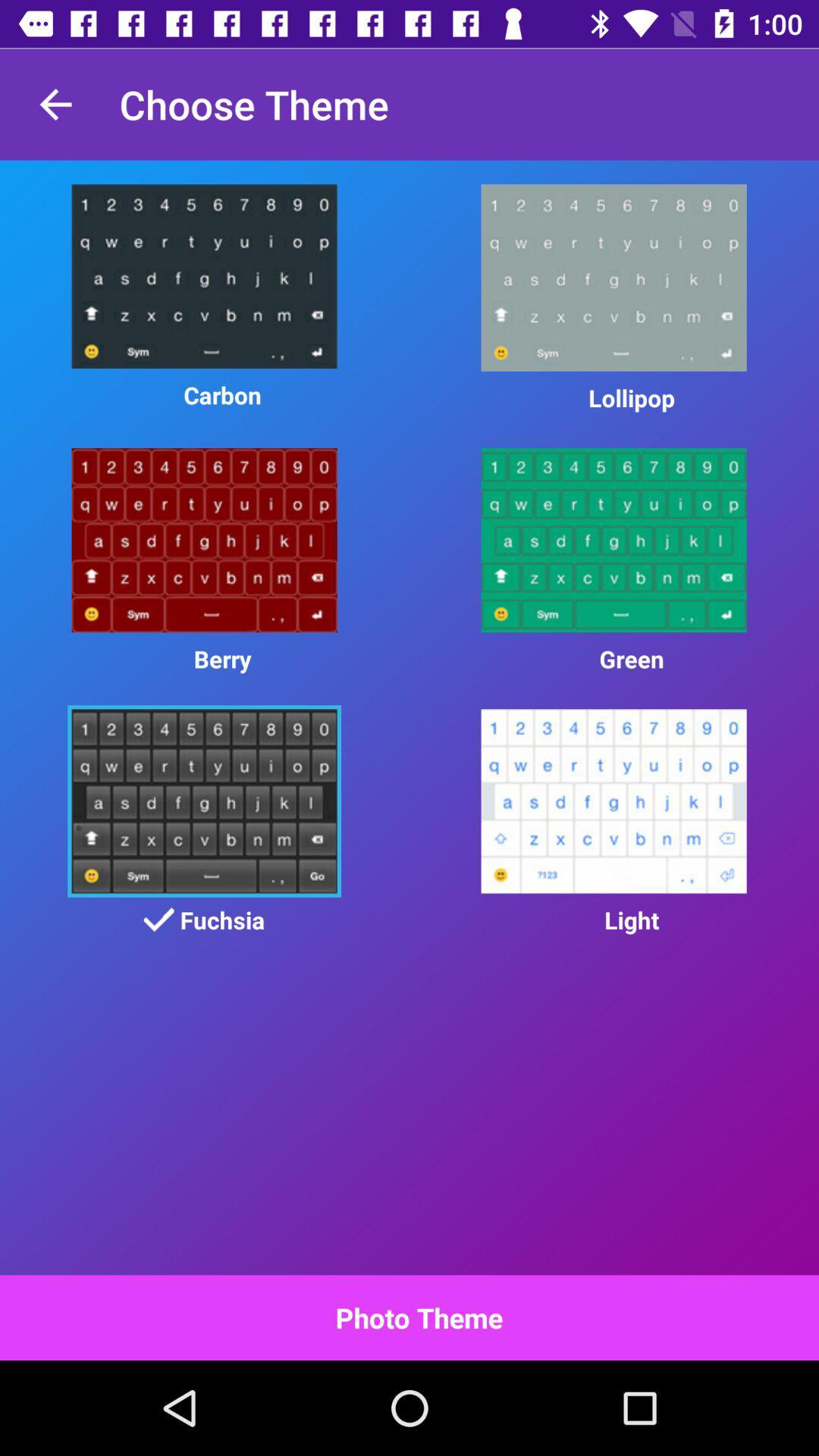 The height and width of the screenshot is (1456, 819). Describe the element at coordinates (55, 104) in the screenshot. I see `the item to the left of choose theme item` at that location.